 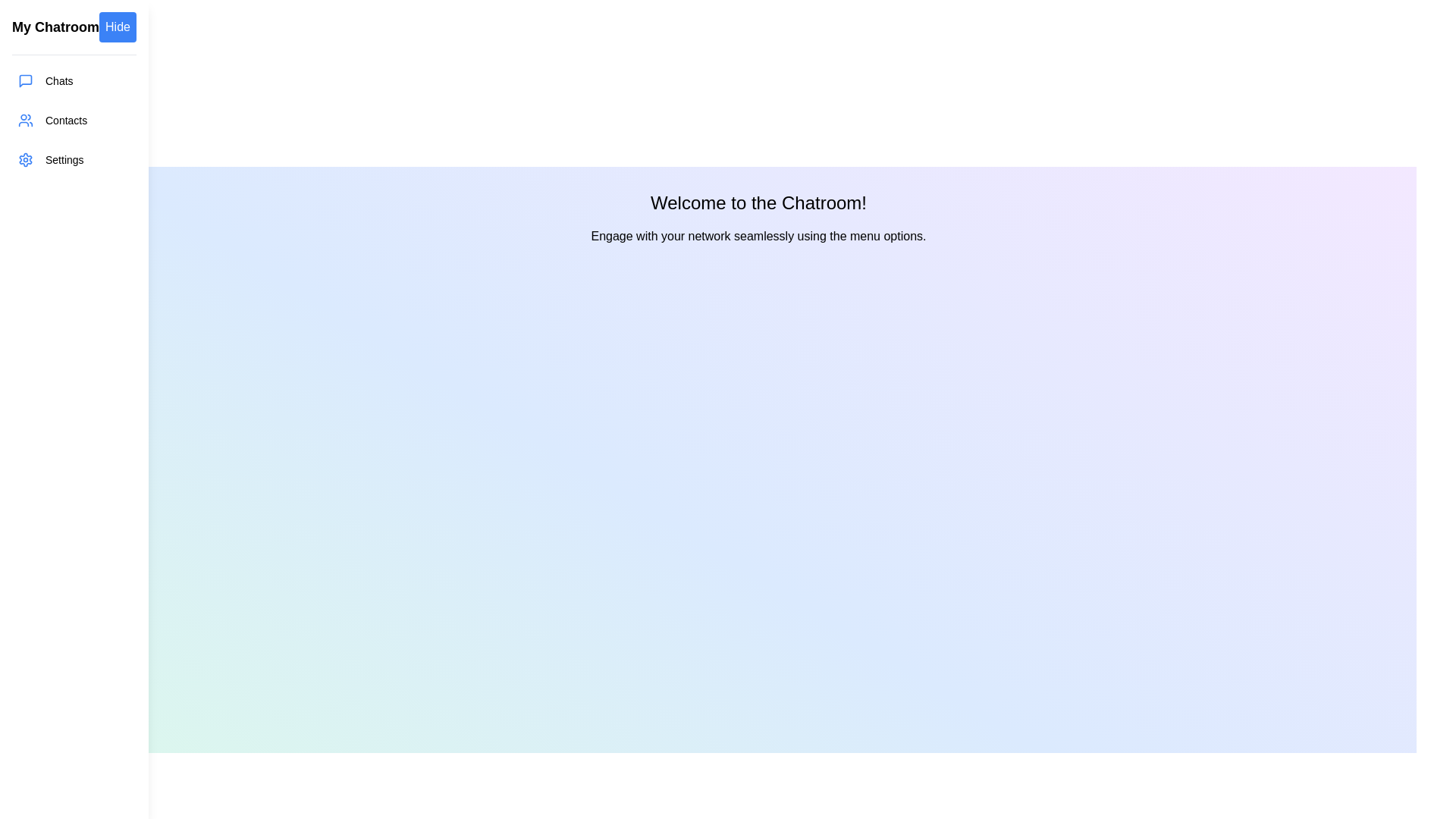 What do you see at coordinates (73, 119) in the screenshot?
I see `the menu item Contacts to see its hover effect` at bounding box center [73, 119].